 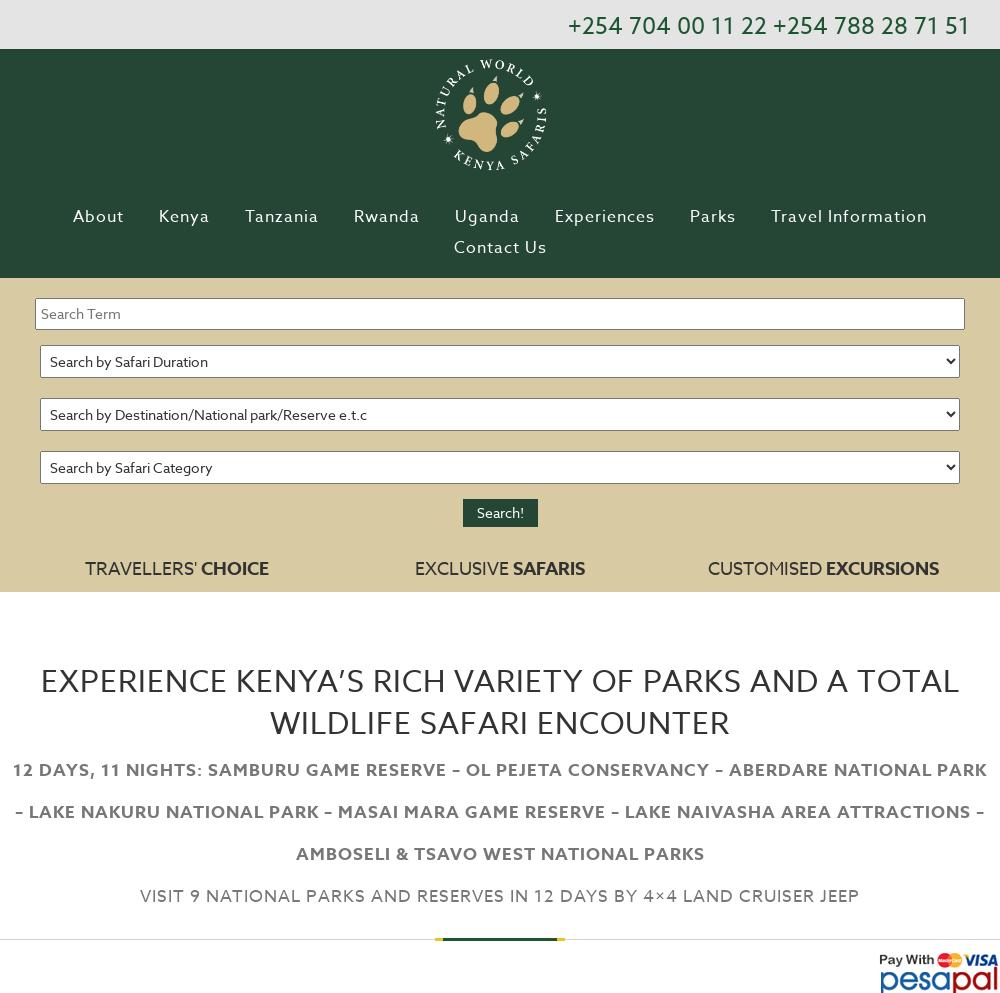 What do you see at coordinates (500, 896) in the screenshot?
I see `'Visit 9 National Parks and Reserves in 12 Days by 4×4 land cruiser jeep'` at bounding box center [500, 896].